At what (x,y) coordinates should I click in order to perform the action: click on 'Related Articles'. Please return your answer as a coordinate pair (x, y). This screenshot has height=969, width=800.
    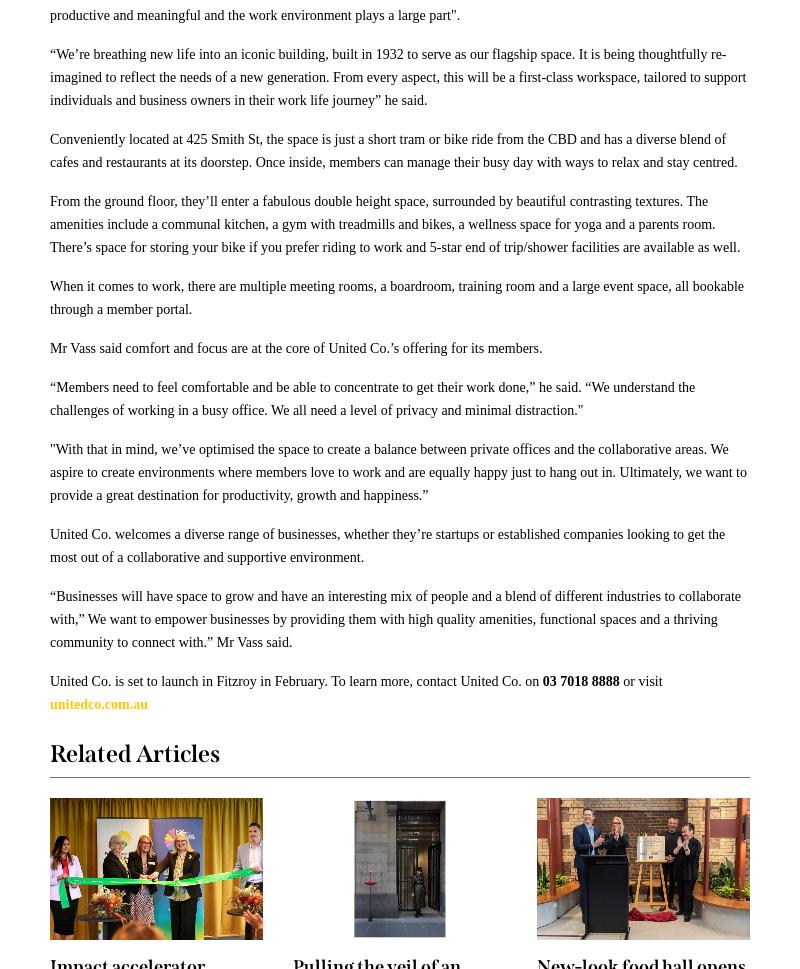
    Looking at the image, I should click on (135, 752).